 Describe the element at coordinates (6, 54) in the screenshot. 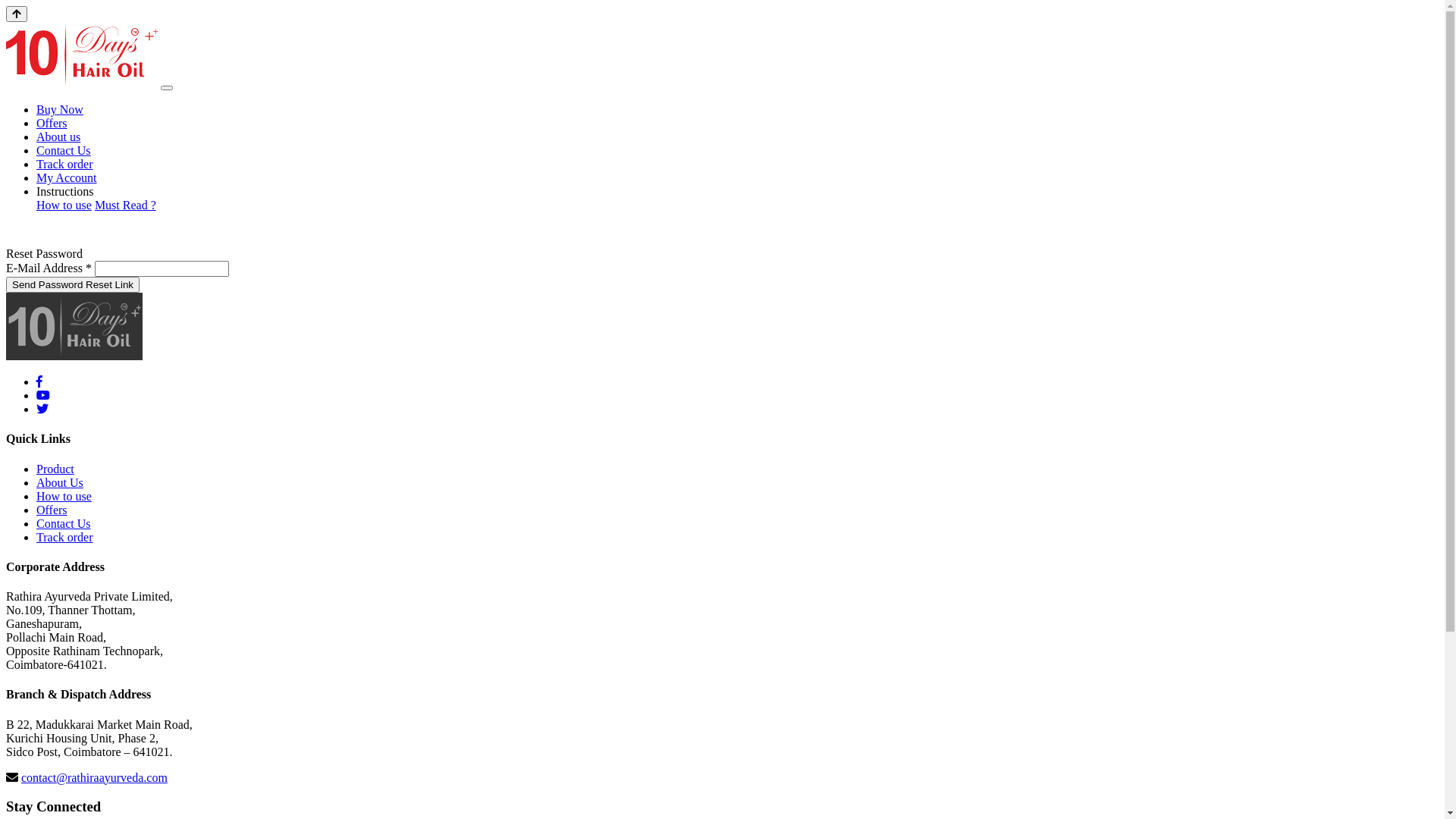

I see `'10 Days Hair Oil'` at that location.